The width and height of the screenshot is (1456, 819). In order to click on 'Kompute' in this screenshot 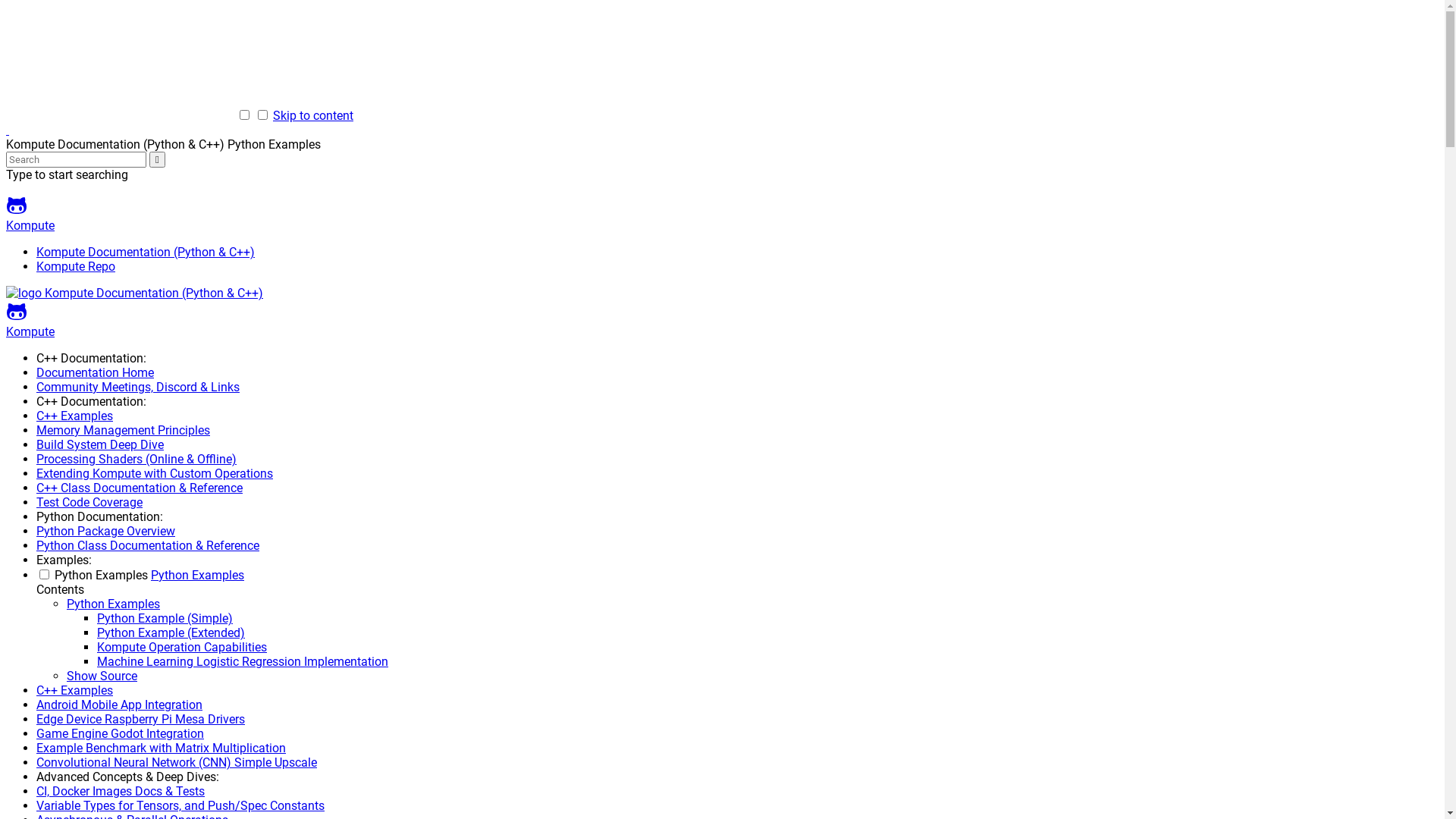, I will do `click(721, 213)`.